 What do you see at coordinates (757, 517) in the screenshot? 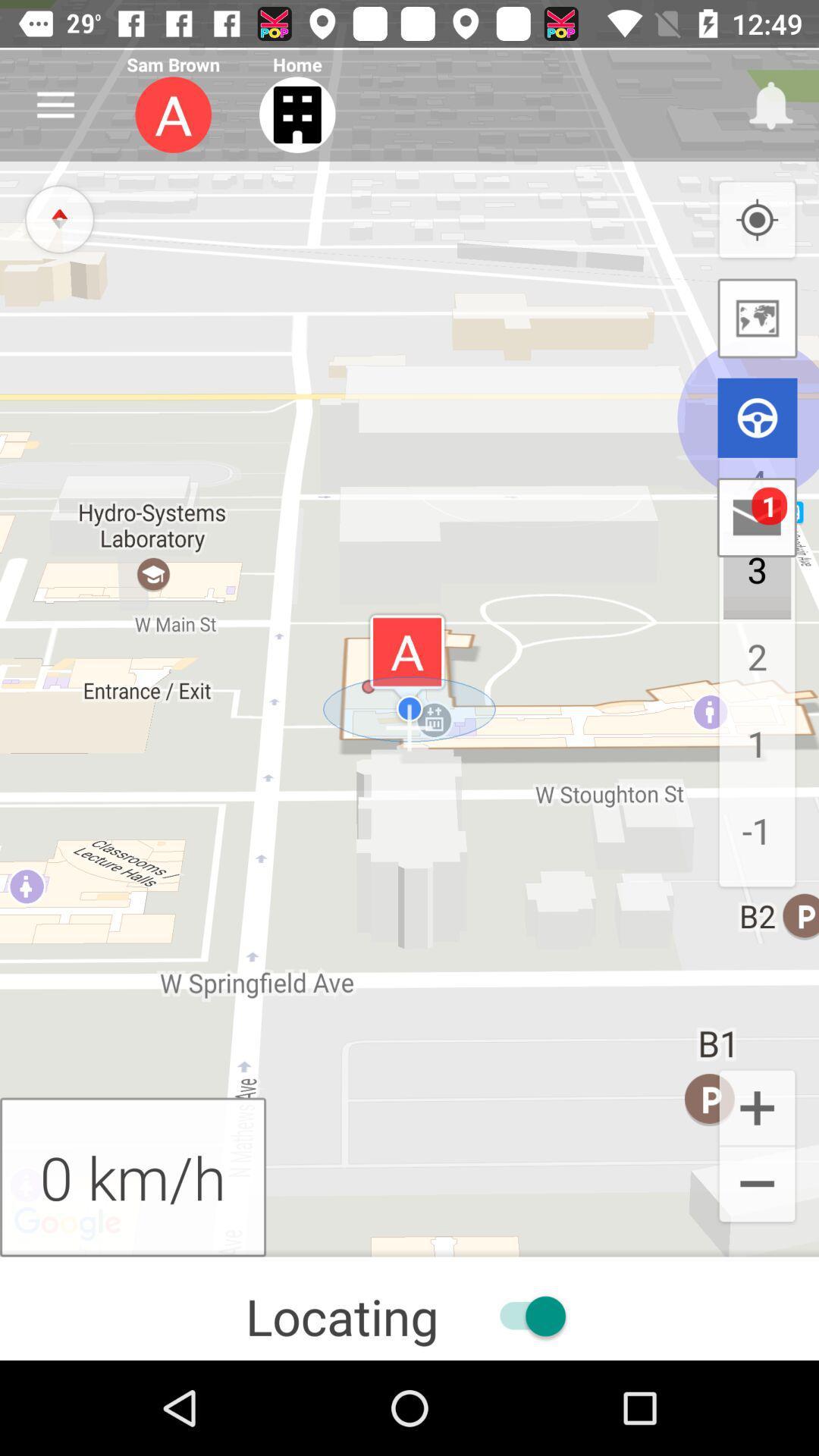
I see `the email icon` at bounding box center [757, 517].